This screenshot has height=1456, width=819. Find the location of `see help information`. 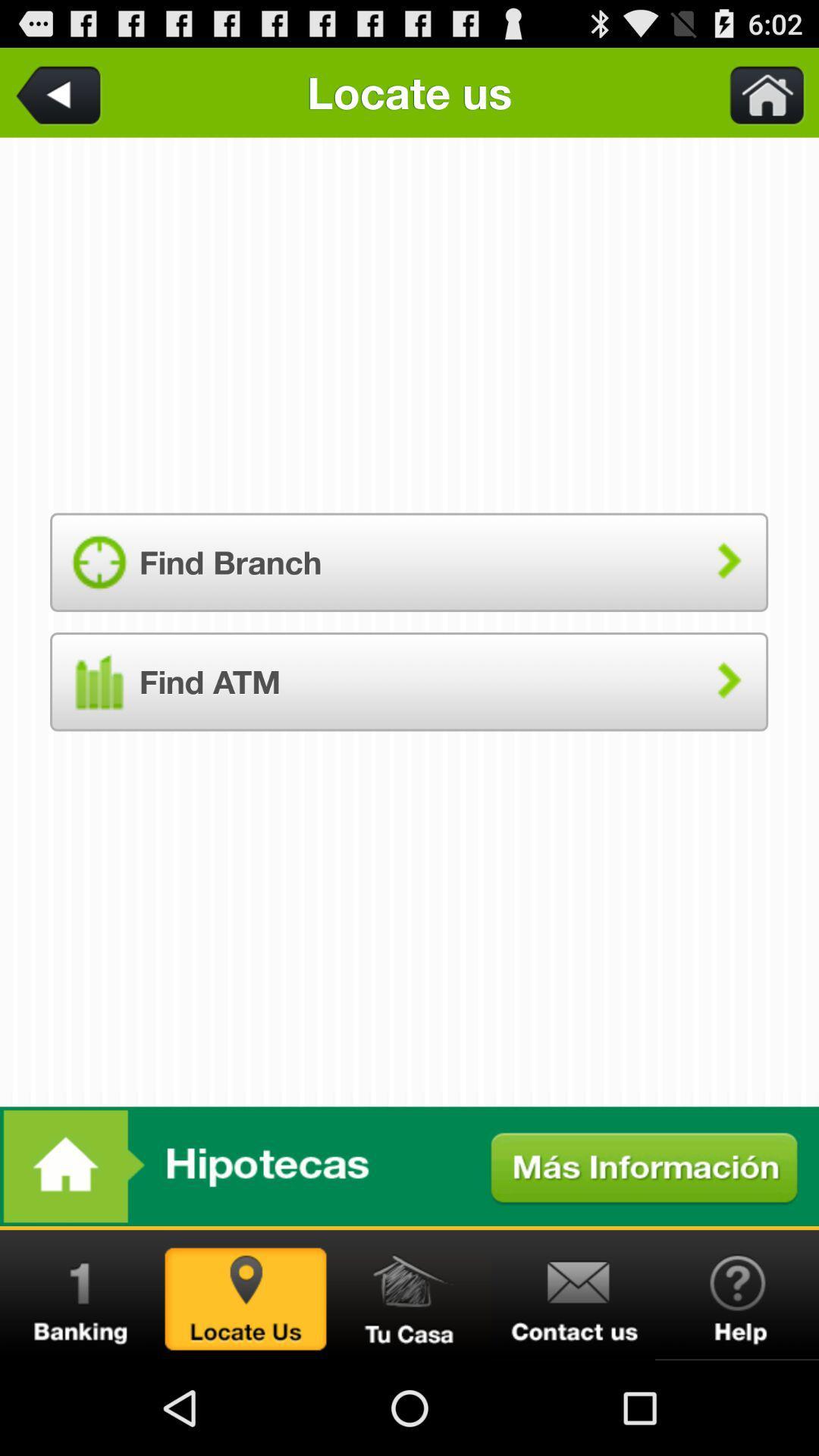

see help information is located at coordinates (736, 1294).